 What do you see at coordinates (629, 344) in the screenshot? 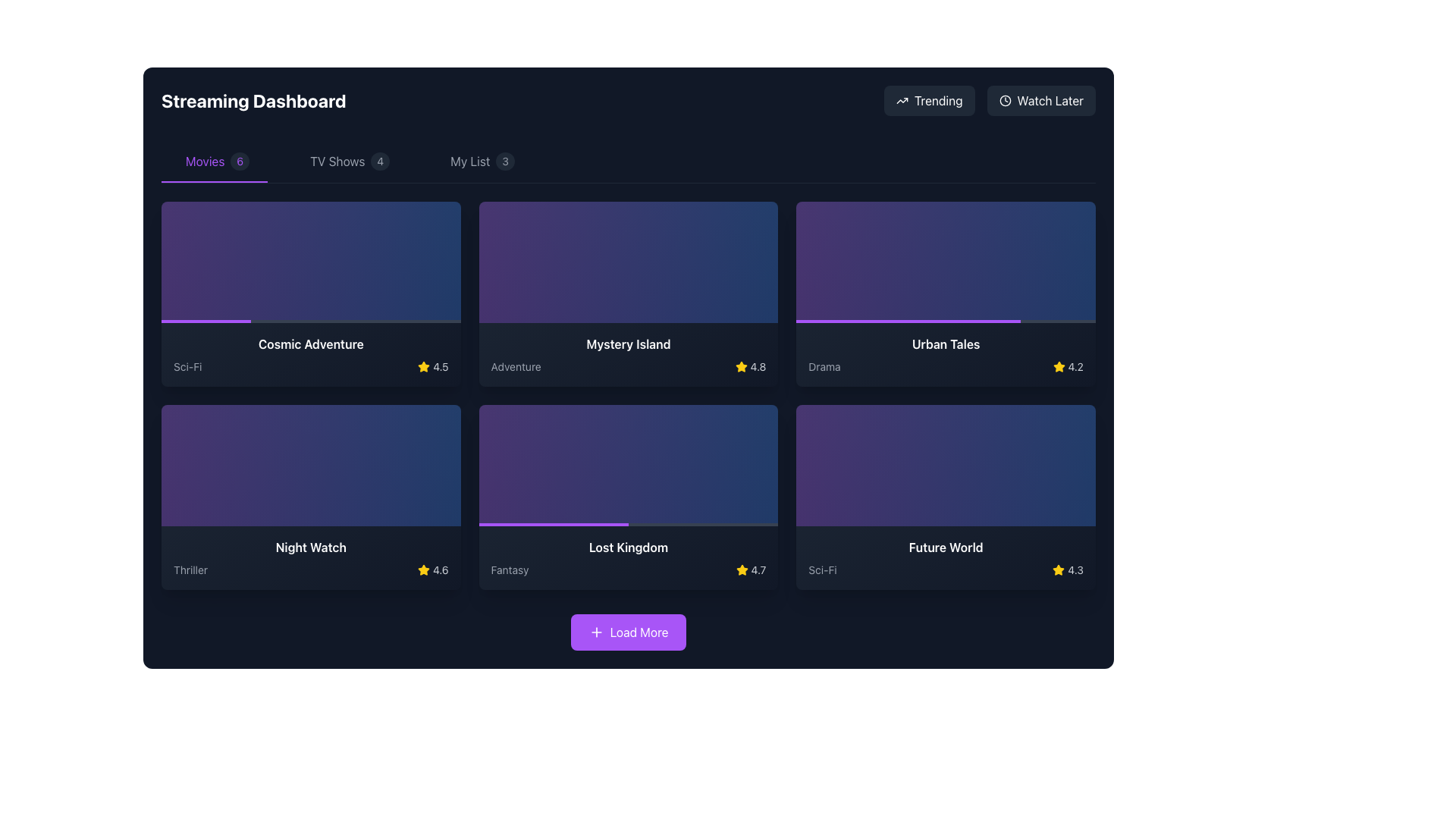
I see `the static text label displaying 'Mystery Island' located in the second column of the top row in the grid layout` at bounding box center [629, 344].